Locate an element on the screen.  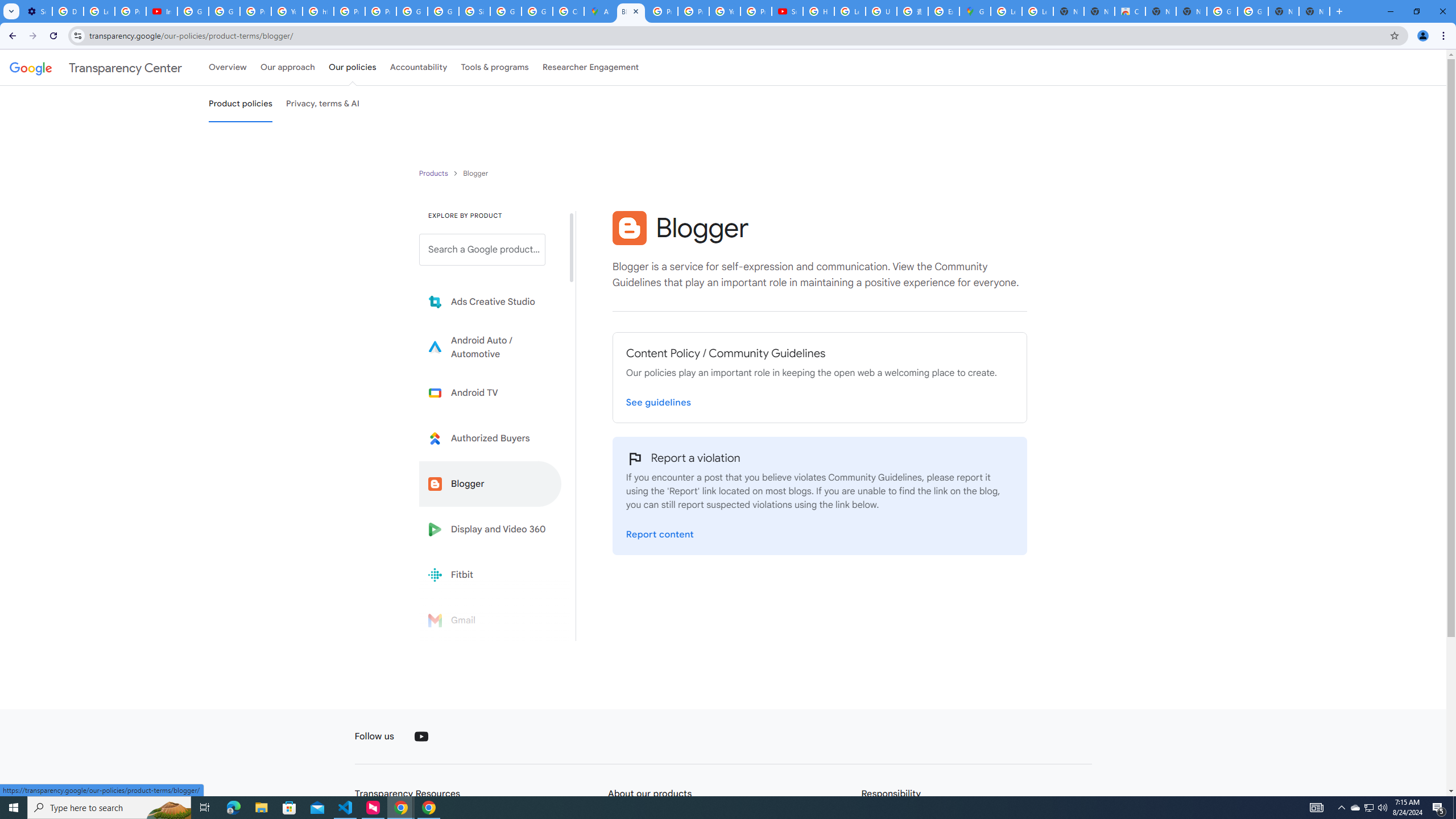
'Learn more about Android TV' is located at coordinates (490, 392).